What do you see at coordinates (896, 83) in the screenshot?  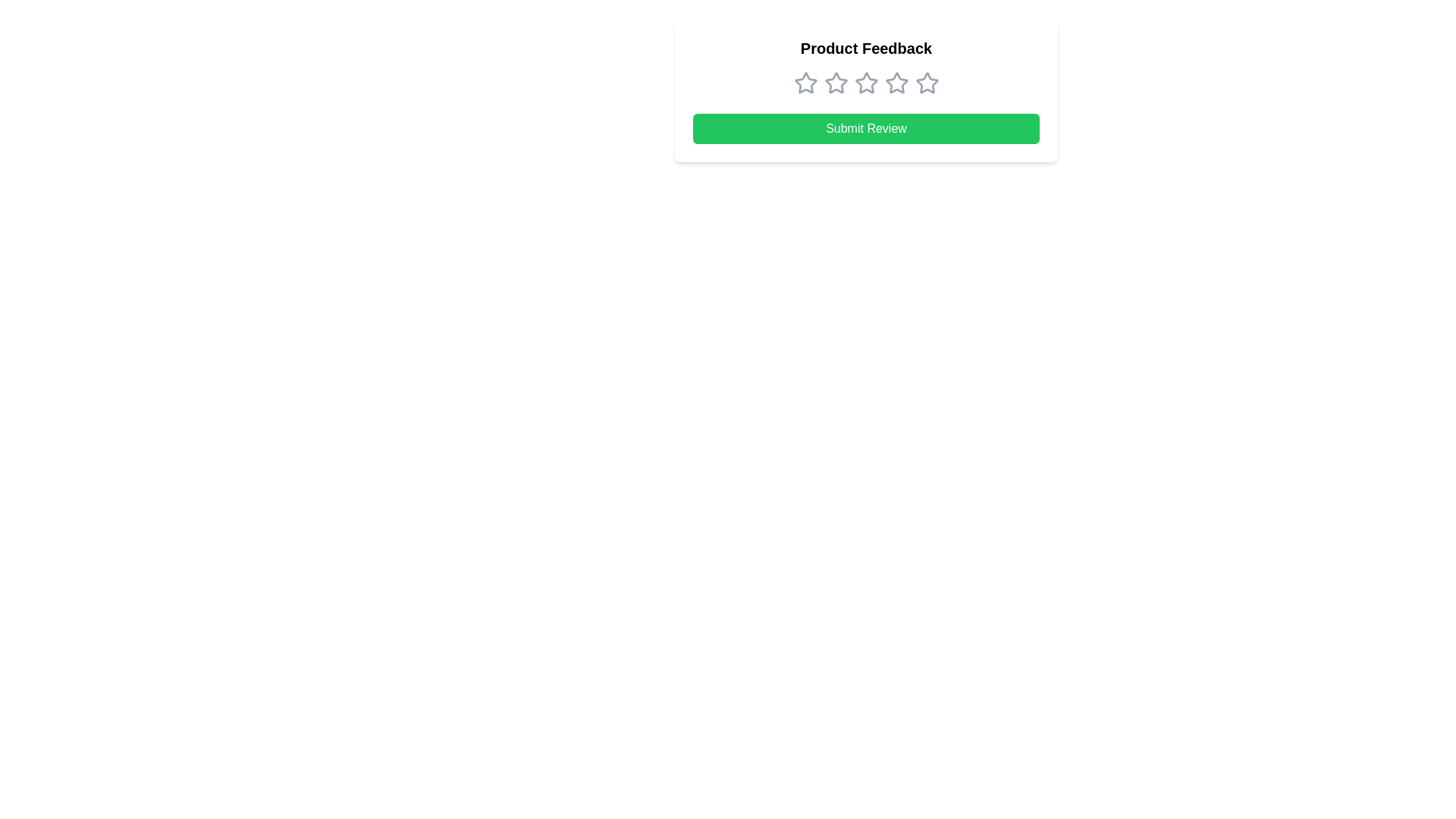 I see `the third star in the rating component under the 'Product Feedback' label` at bounding box center [896, 83].